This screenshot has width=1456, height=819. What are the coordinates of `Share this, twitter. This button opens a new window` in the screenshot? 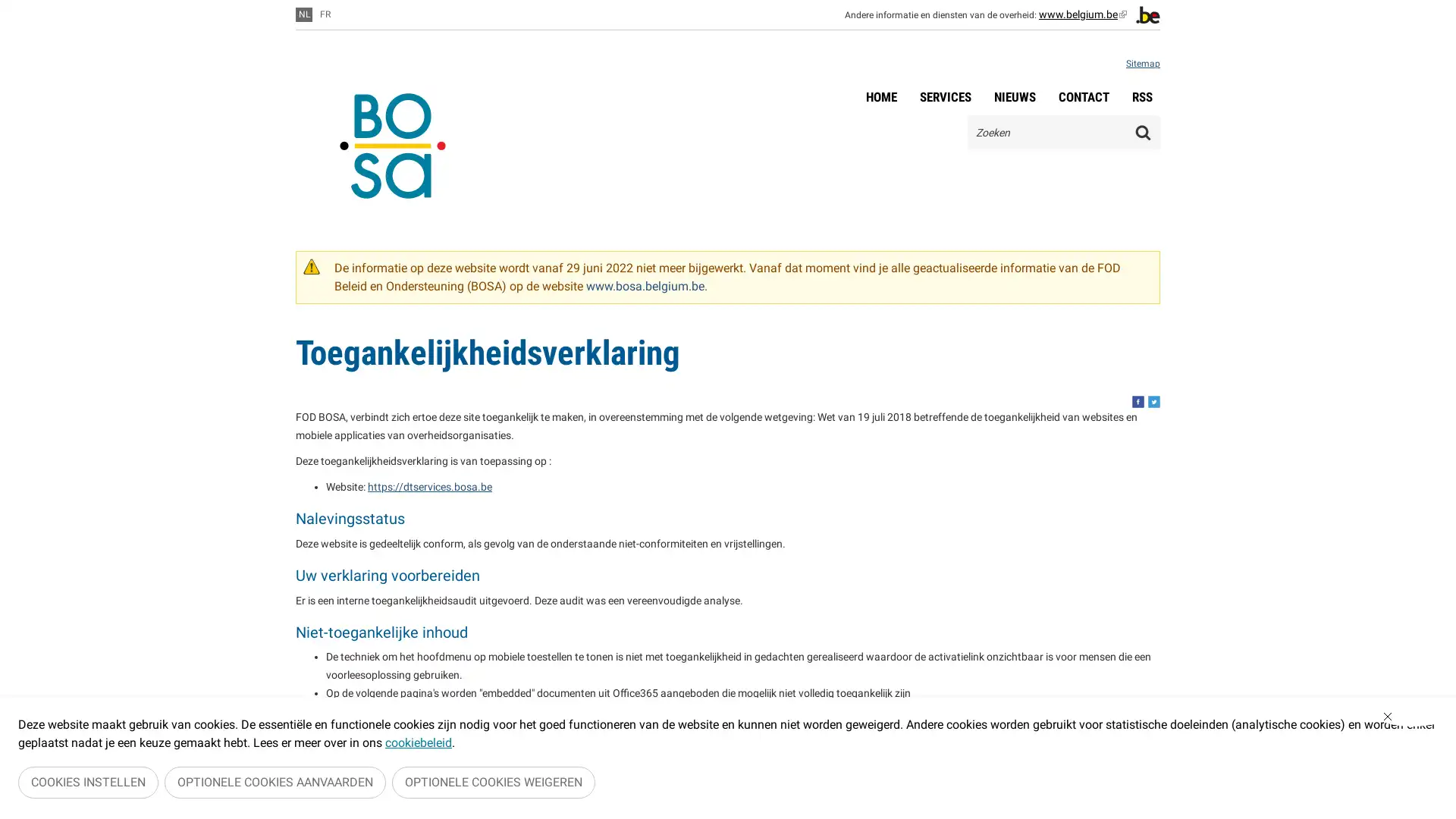 It's located at (1153, 400).